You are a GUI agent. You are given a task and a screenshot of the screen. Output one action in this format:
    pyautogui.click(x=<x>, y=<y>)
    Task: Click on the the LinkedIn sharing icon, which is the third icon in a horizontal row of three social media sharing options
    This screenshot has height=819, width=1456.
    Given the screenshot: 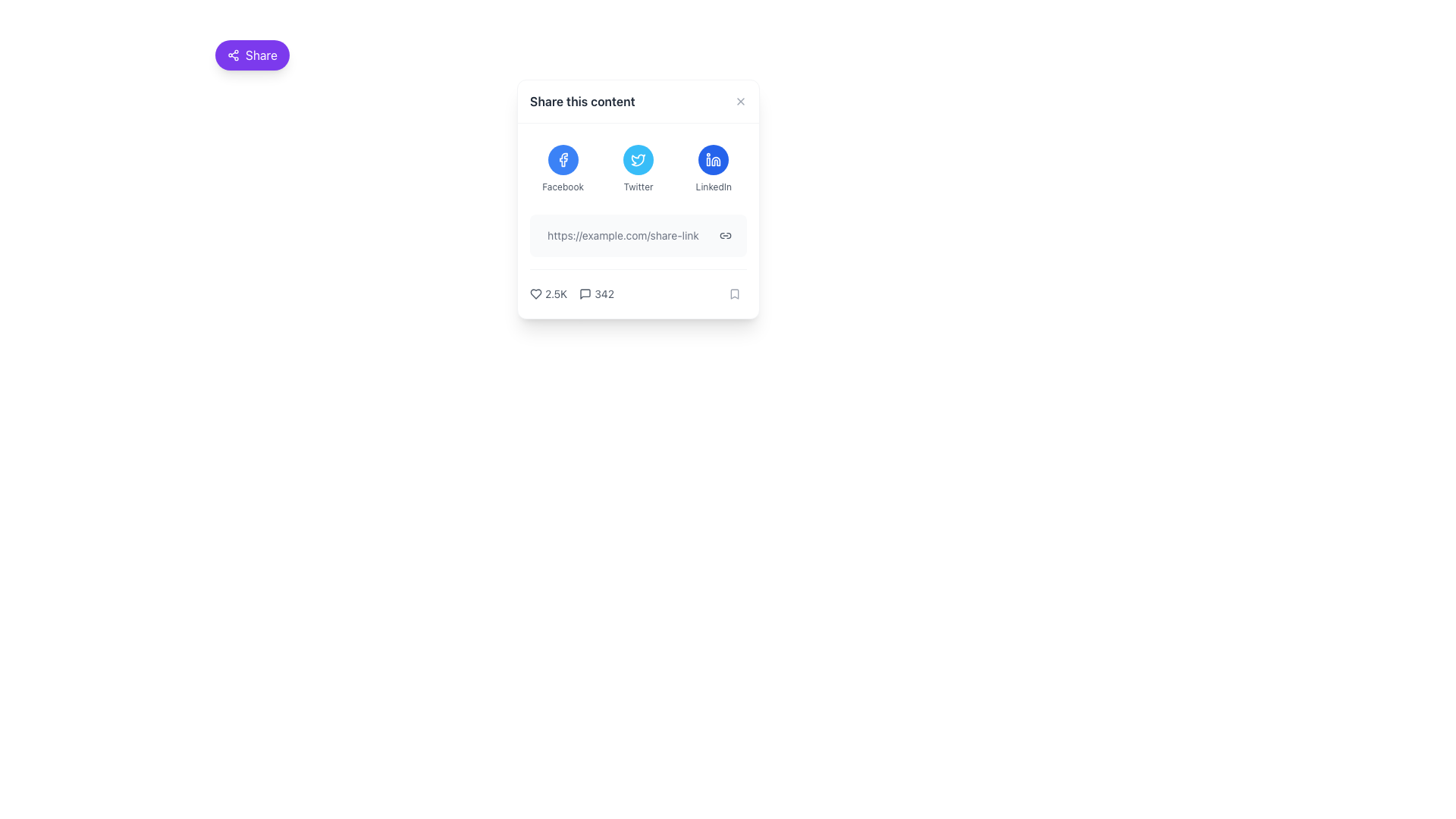 What is the action you would take?
    pyautogui.click(x=713, y=160)
    